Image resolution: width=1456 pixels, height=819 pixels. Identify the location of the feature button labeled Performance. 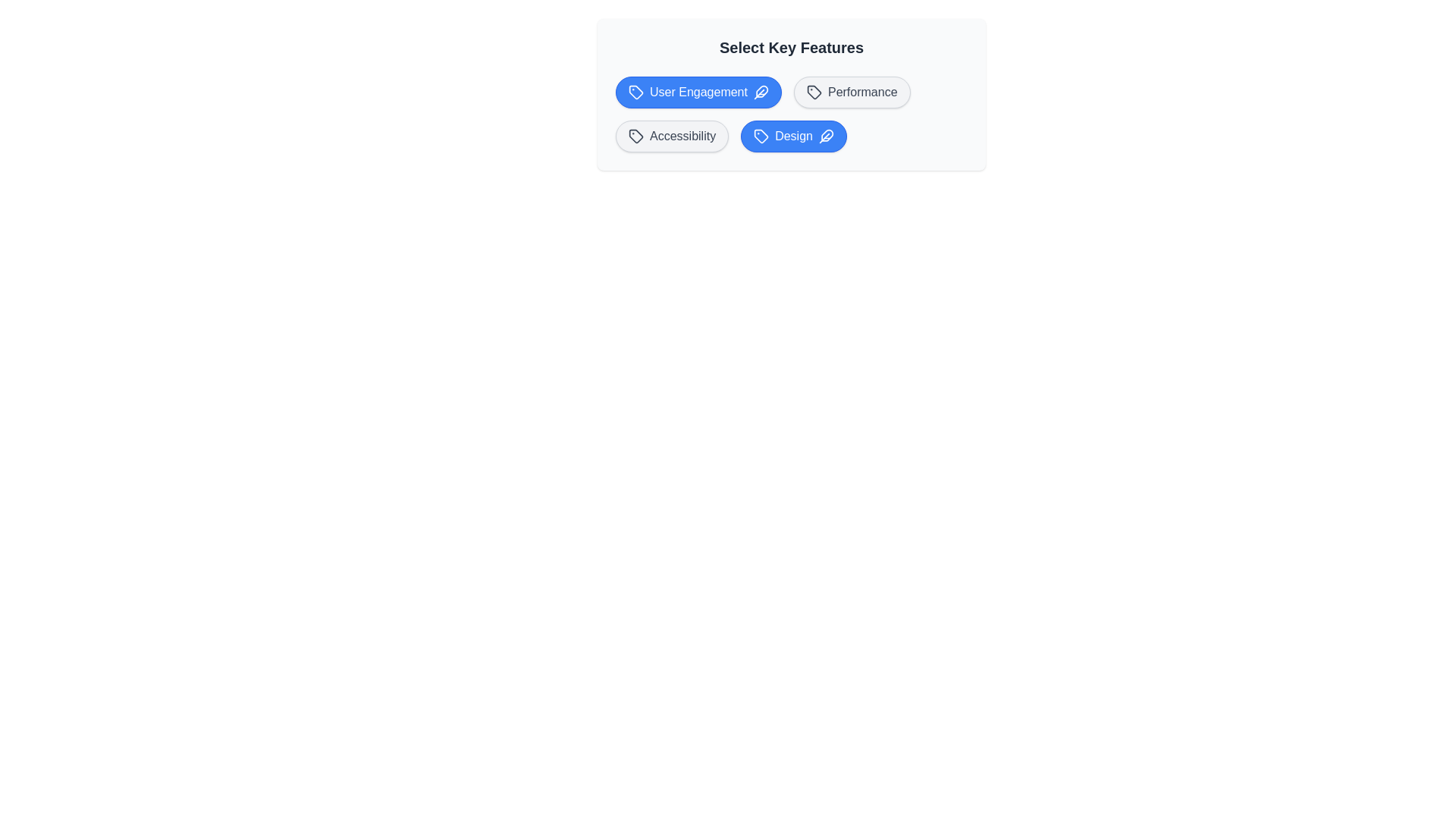
(852, 93).